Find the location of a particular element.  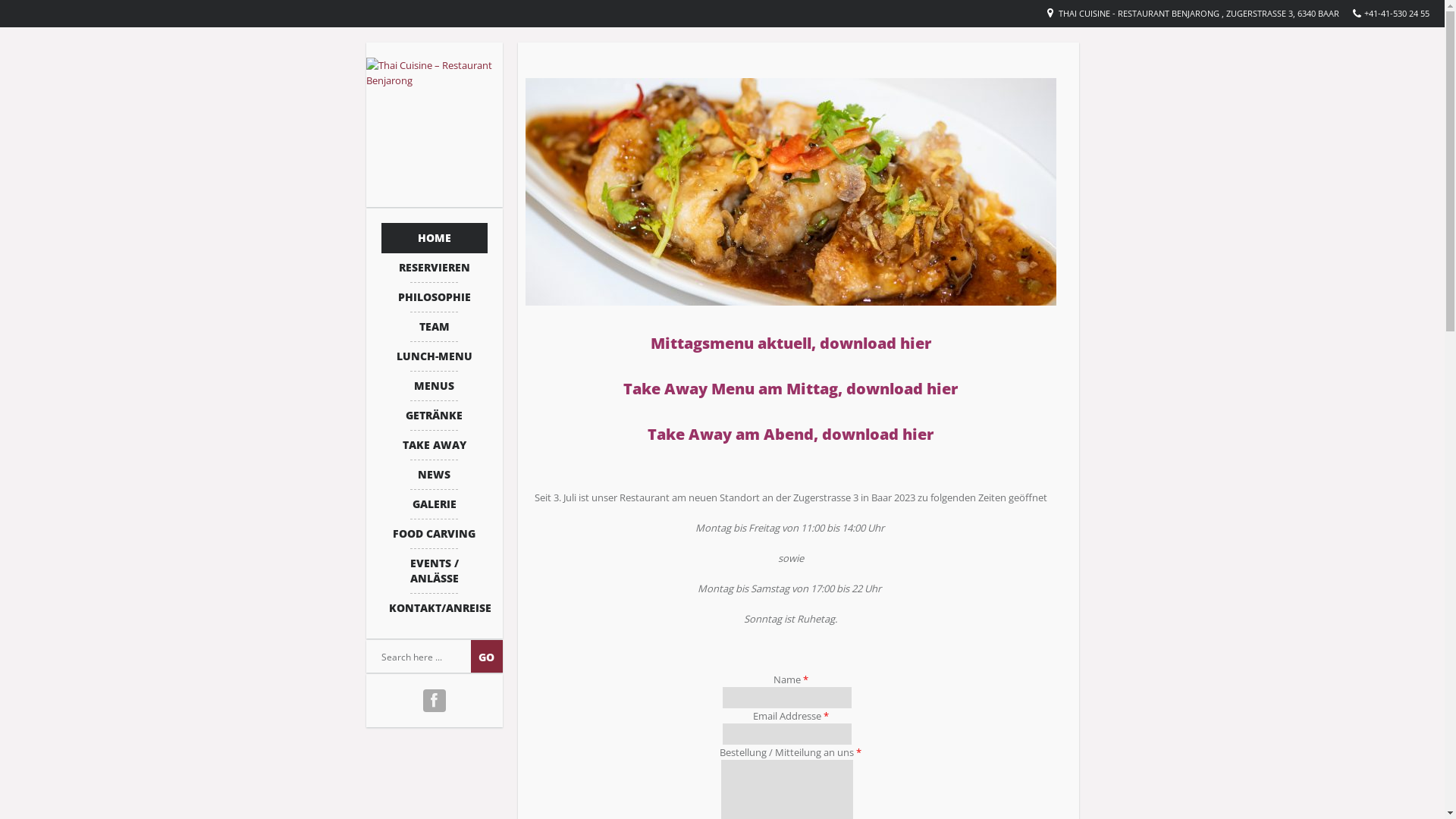

'NEWS' is located at coordinates (432, 473).